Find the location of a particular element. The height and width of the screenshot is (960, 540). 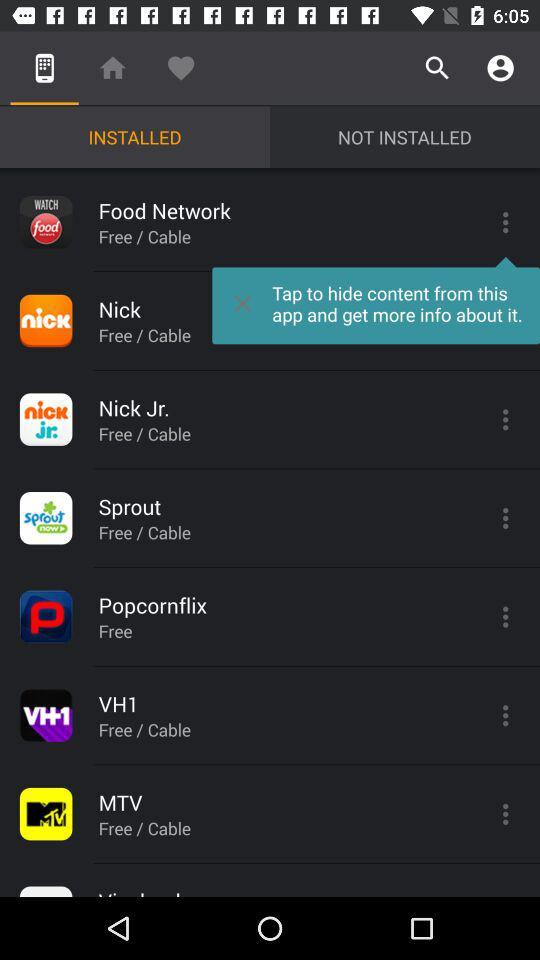

item next to free / cable is located at coordinates (376, 299).